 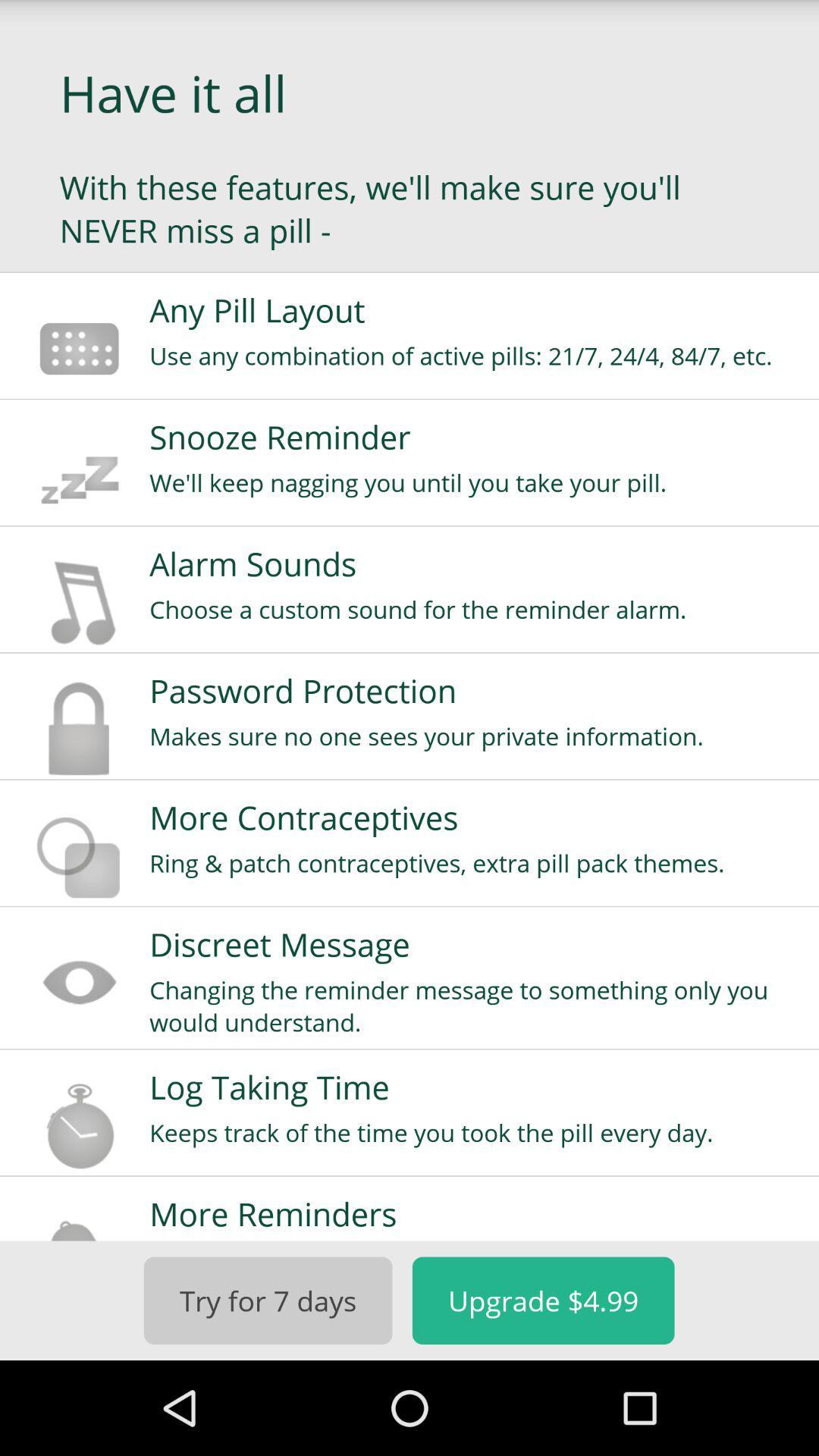 I want to click on the icon next to more reminders, so click(x=80, y=1222).